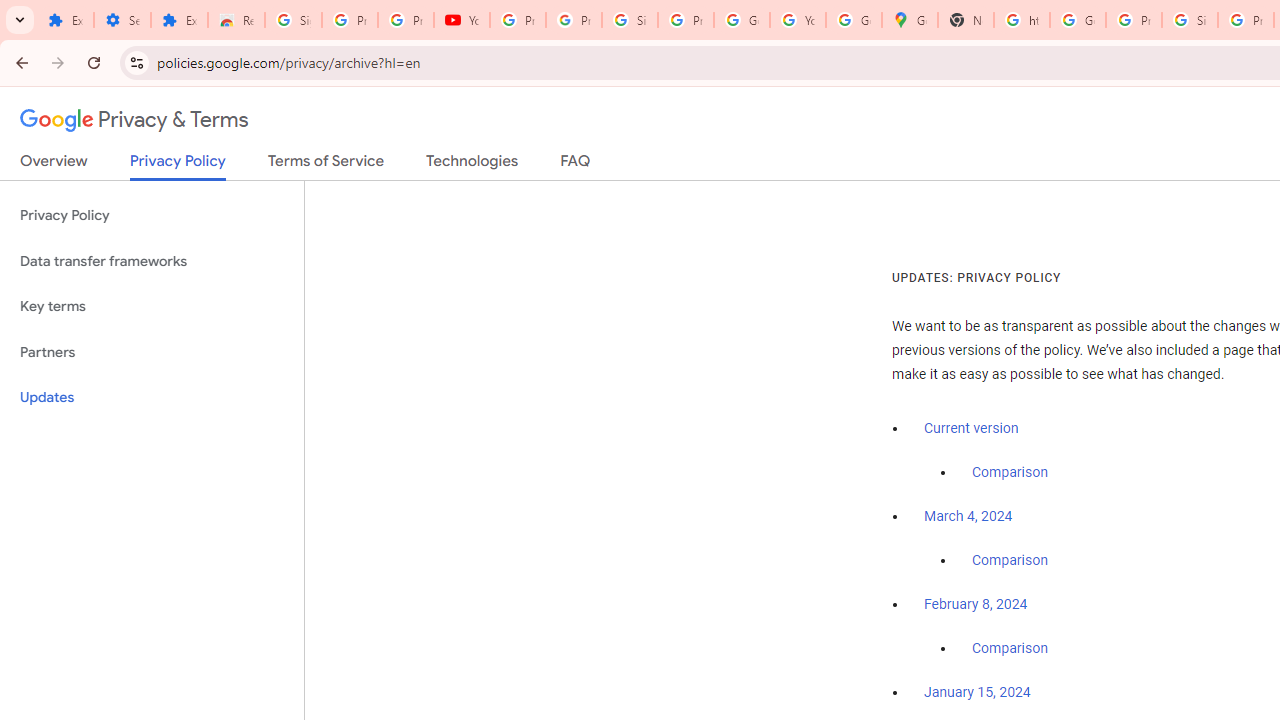 The height and width of the screenshot is (720, 1280). I want to click on 'Partners', so click(151, 351).